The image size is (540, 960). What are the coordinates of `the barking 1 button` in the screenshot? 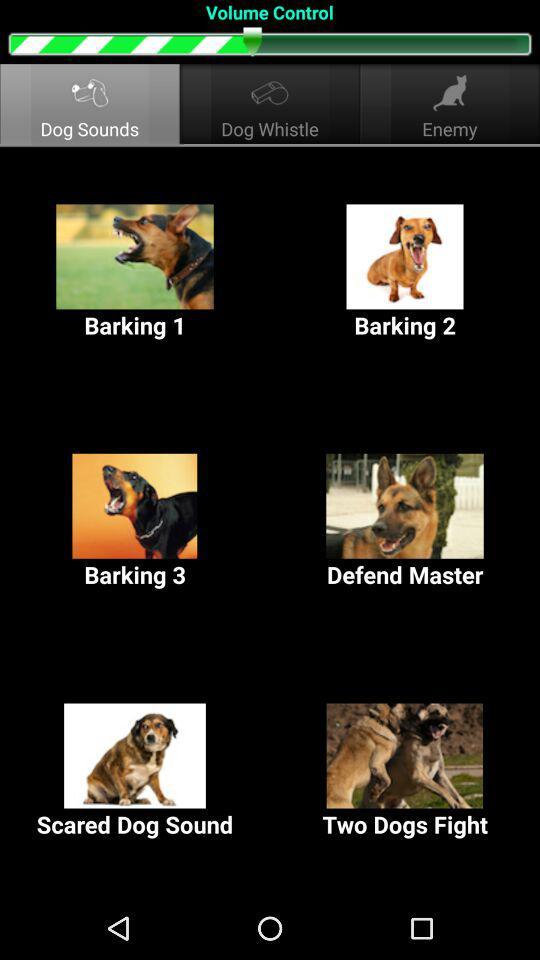 It's located at (135, 271).